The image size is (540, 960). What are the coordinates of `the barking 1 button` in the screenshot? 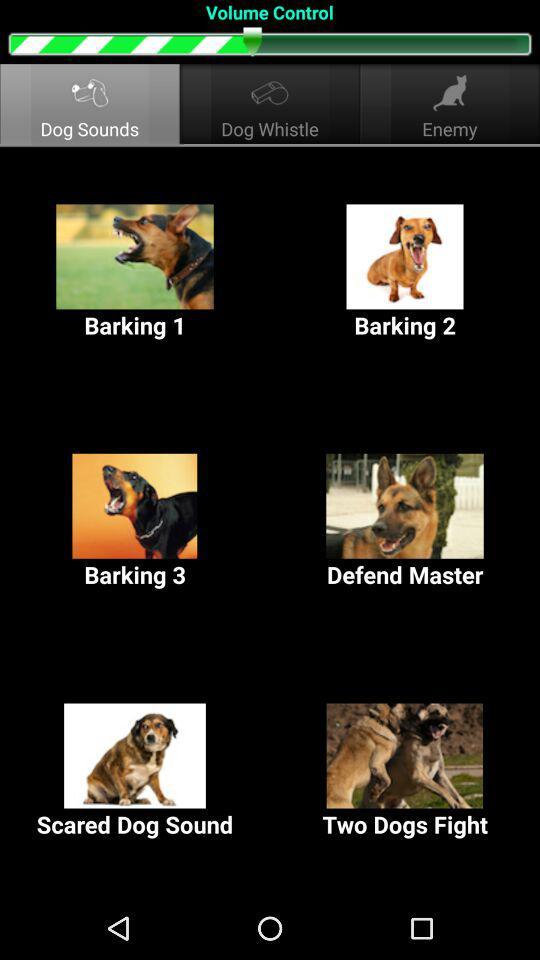 It's located at (135, 271).